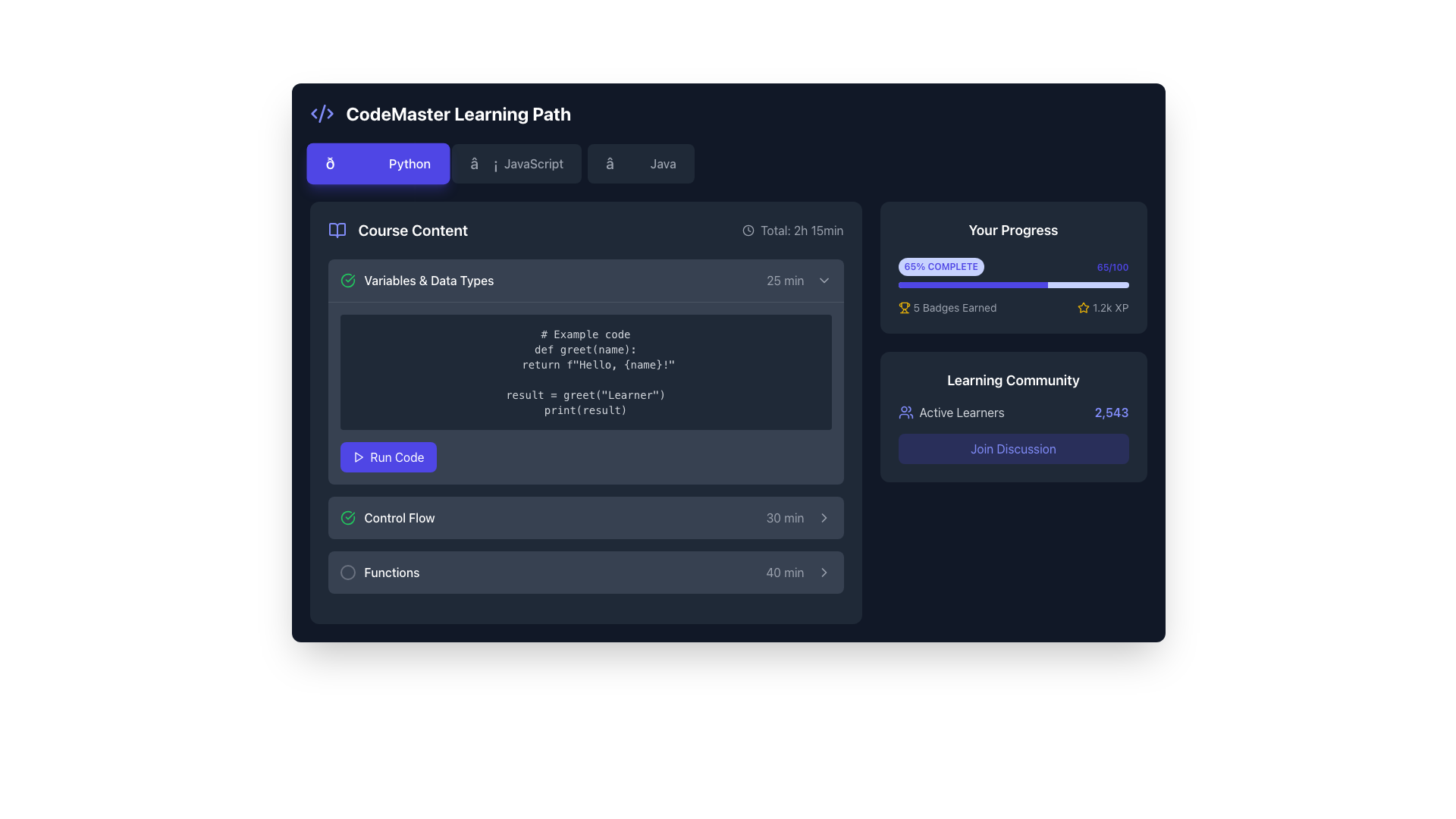 The height and width of the screenshot is (819, 1456). I want to click on the text label displaying 'Python' in white font on a purple background, which is located to the right of a snake emoji icon in the user interface's top section, so click(409, 164).